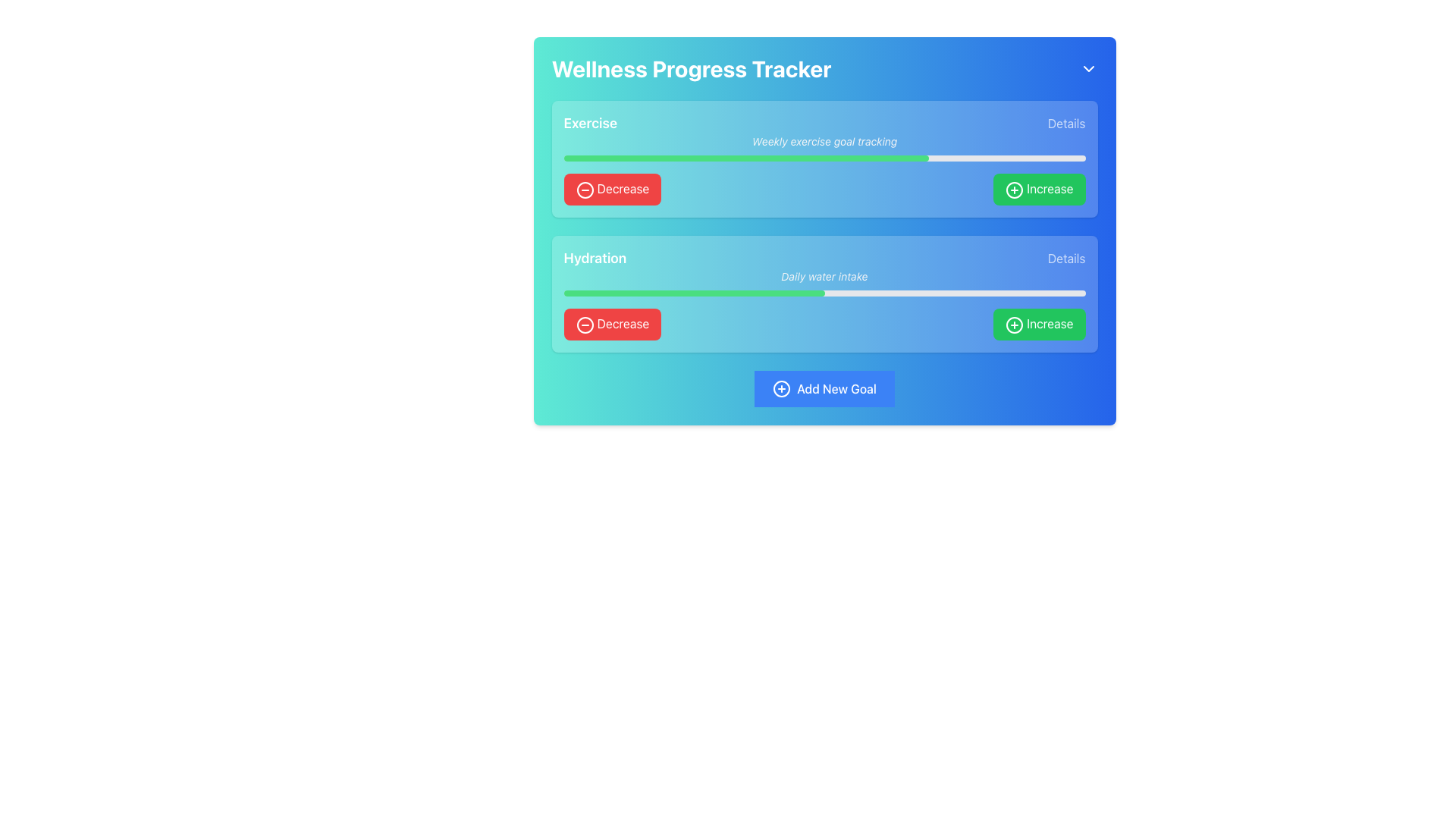 The image size is (1456, 819). Describe the element at coordinates (824, 276) in the screenshot. I see `the text label displaying 'Daily water intake' in italic gray font, located below the 'Hydration' header and above the progress bar` at that location.